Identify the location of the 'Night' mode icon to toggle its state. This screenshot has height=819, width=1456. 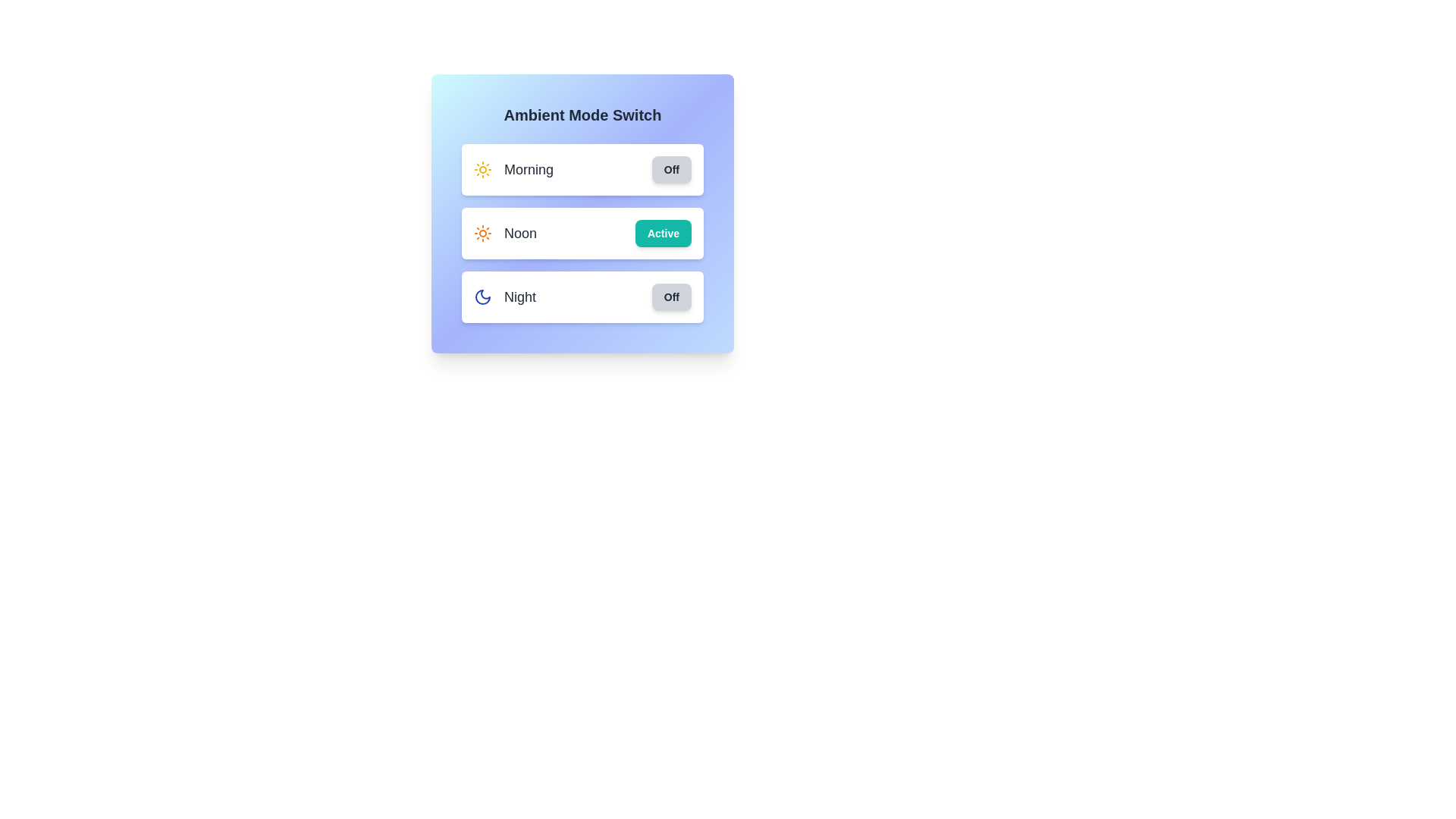
(482, 297).